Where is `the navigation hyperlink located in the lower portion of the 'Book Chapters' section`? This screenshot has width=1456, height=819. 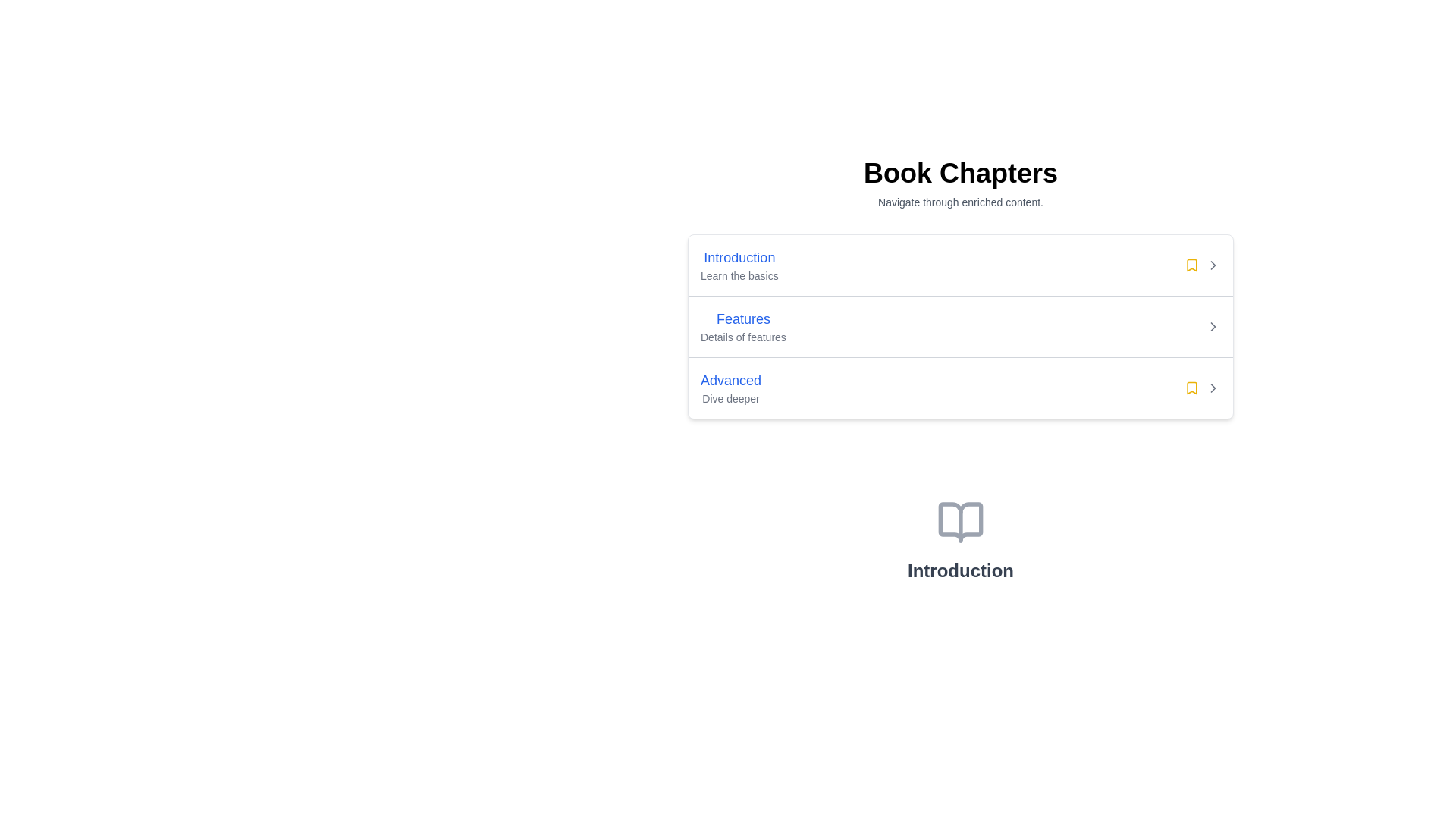
the navigation hyperlink located in the lower portion of the 'Book Chapters' section is located at coordinates (731, 379).